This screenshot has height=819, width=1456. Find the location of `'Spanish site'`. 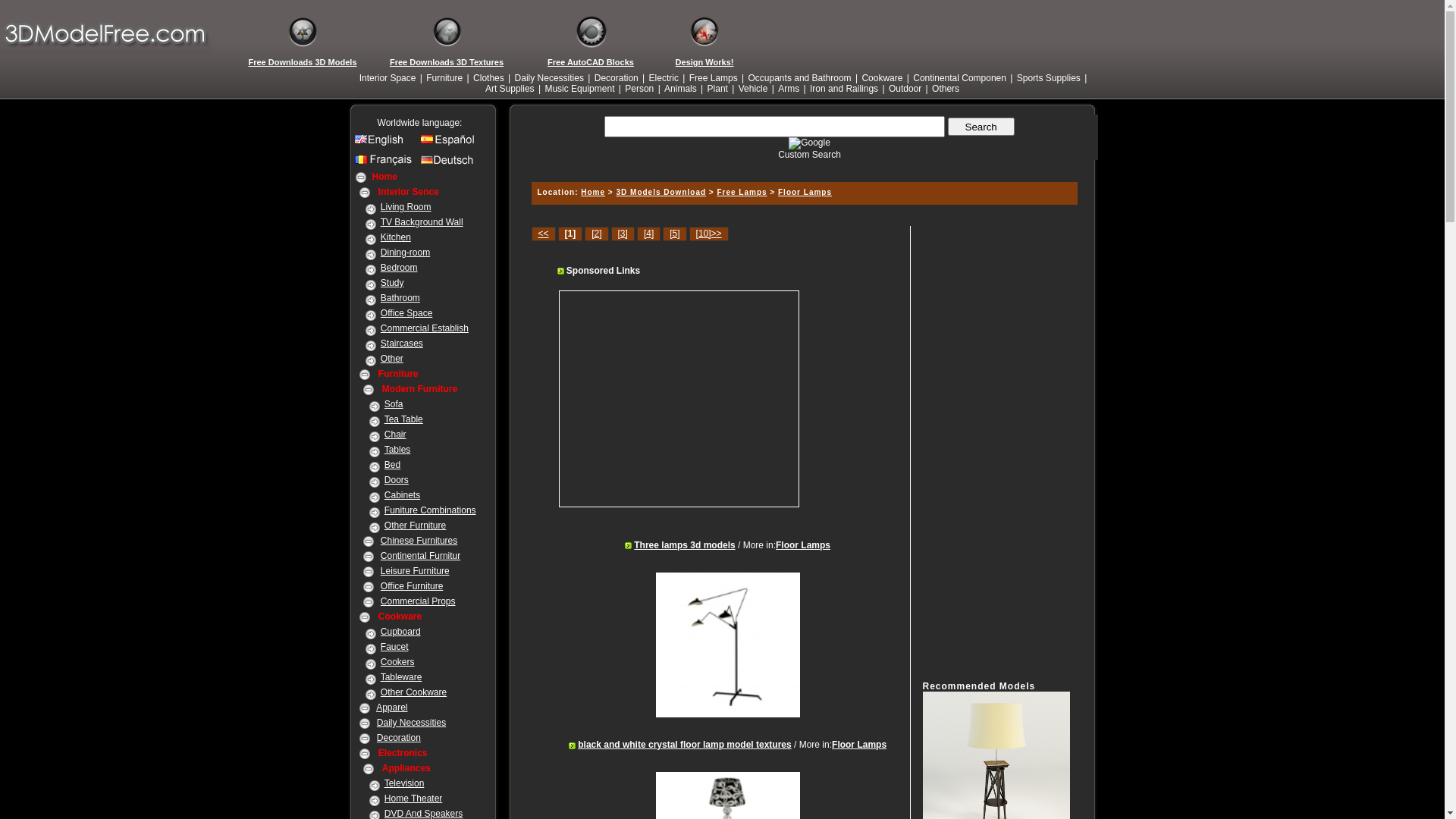

'Spanish site' is located at coordinates (450, 143).